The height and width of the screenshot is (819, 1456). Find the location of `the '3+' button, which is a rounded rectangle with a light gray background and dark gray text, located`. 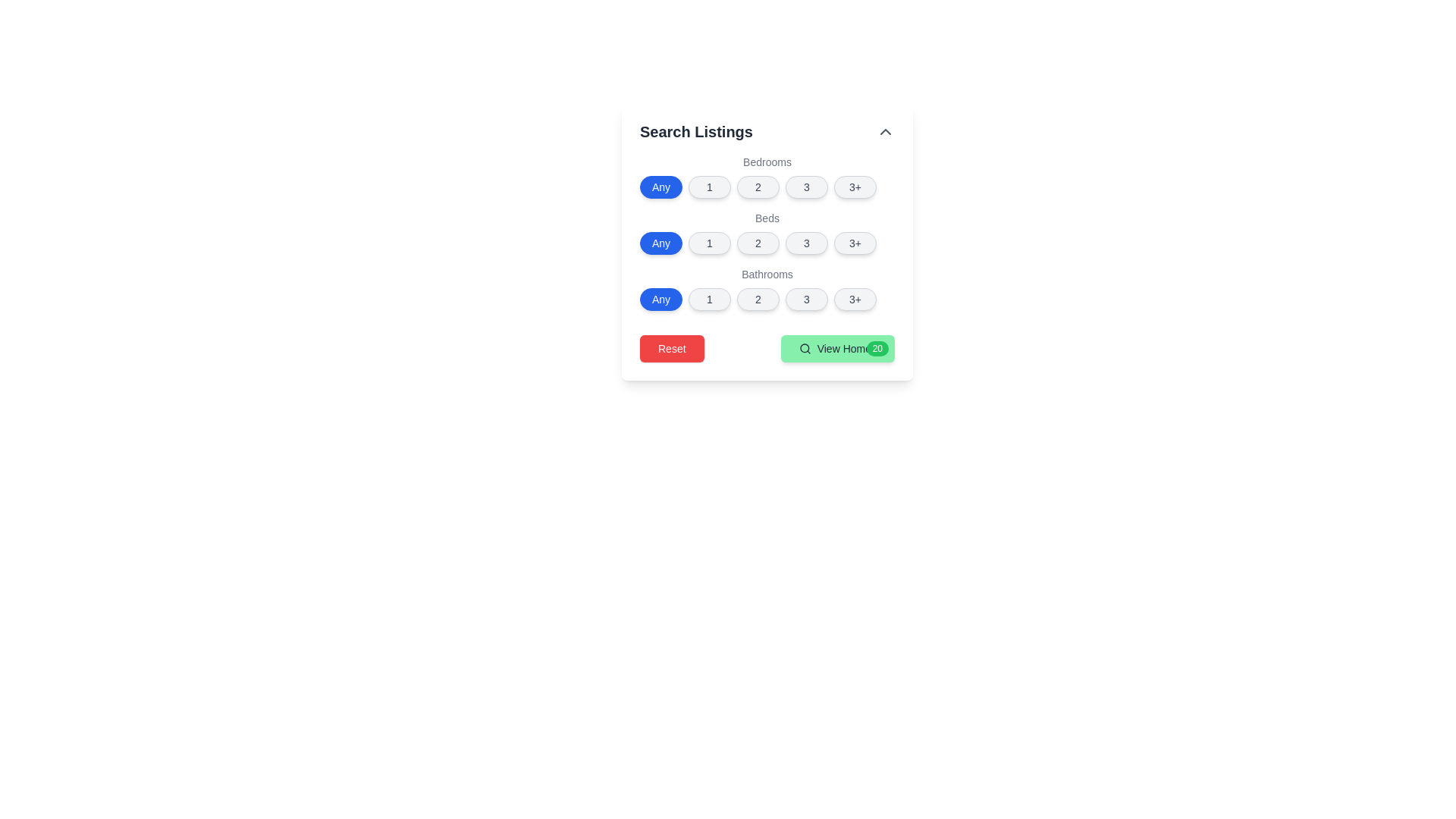

the '3+' button, which is a rounded rectangle with a light gray background and dark gray text, located is located at coordinates (855, 186).